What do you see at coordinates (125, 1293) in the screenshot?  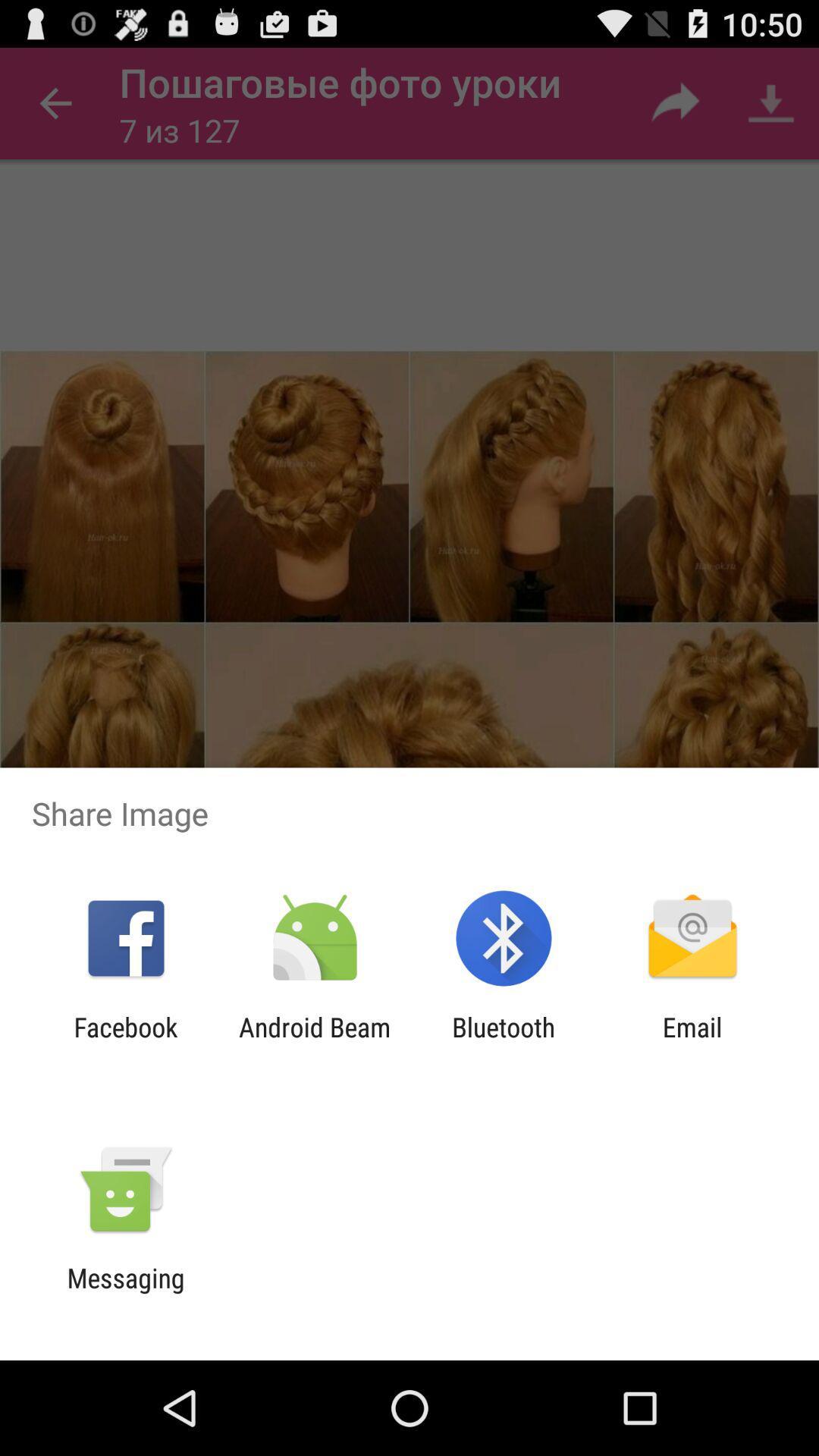 I see `messaging item` at bounding box center [125, 1293].